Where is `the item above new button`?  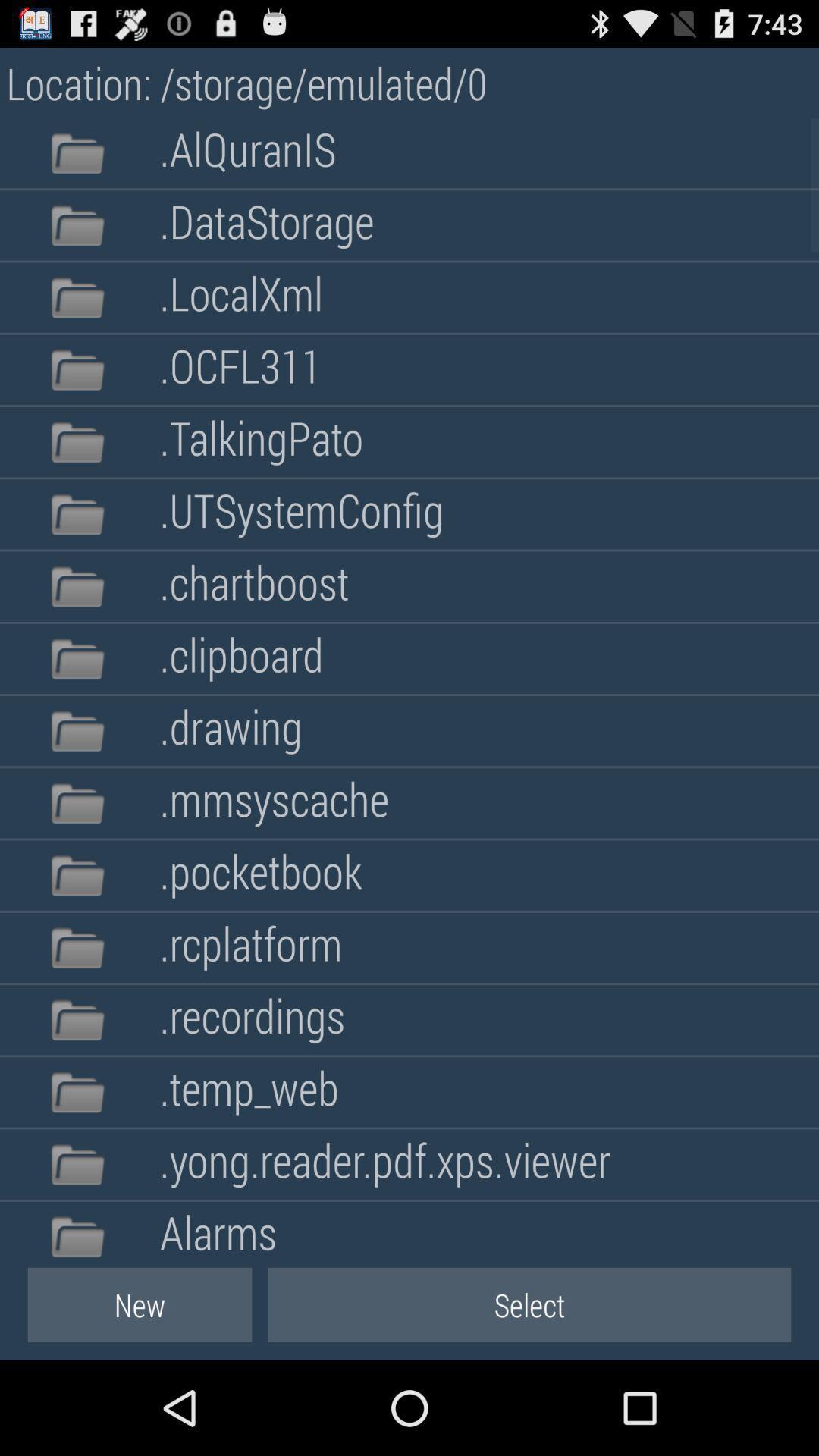 the item above new button is located at coordinates (218, 1230).